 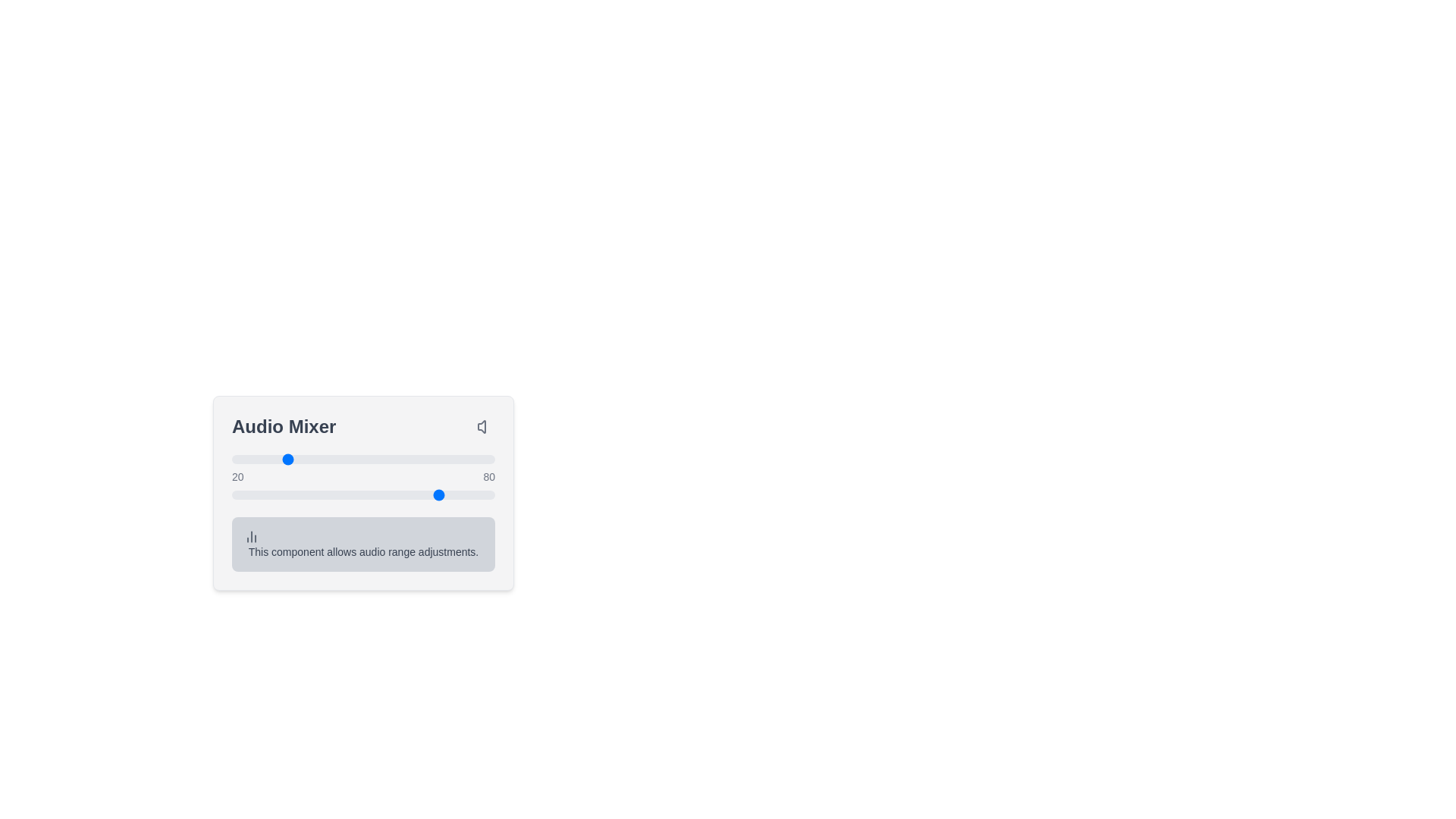 I want to click on the slider, so click(x=431, y=458).